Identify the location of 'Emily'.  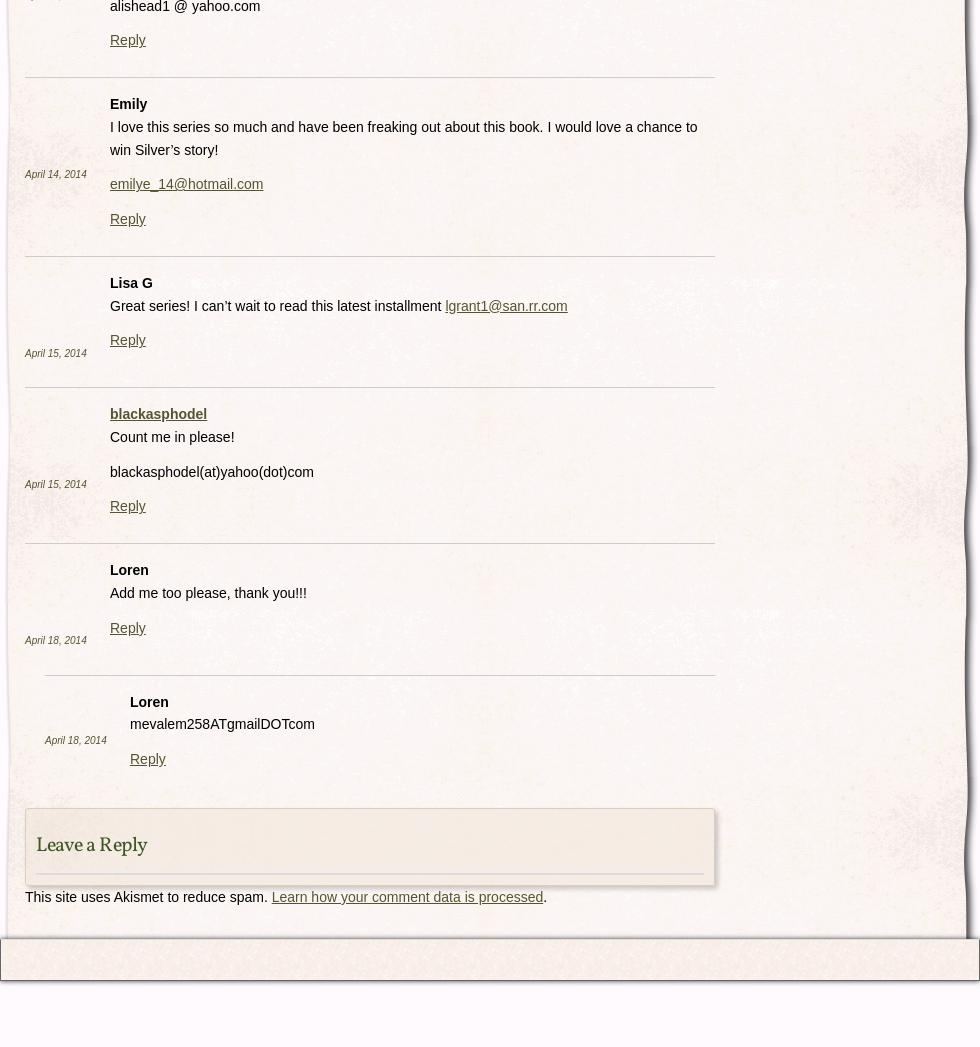
(128, 102).